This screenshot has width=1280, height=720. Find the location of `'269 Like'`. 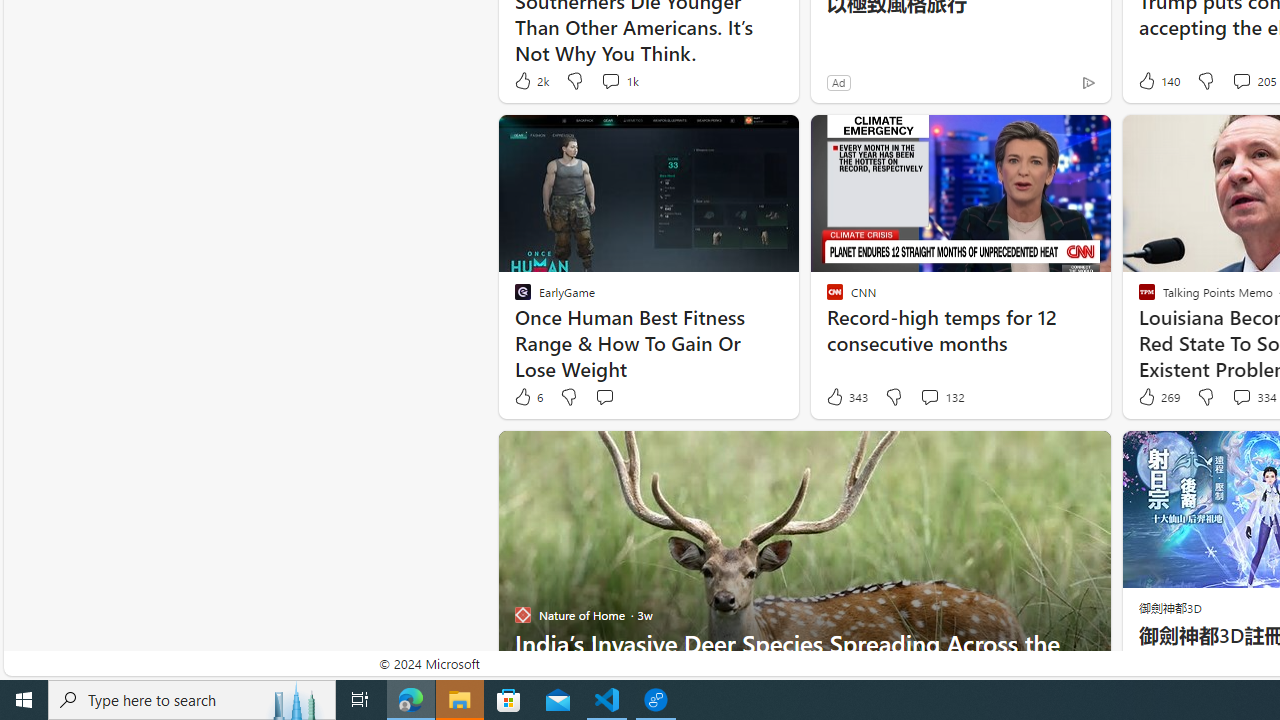

'269 Like' is located at coordinates (1157, 397).